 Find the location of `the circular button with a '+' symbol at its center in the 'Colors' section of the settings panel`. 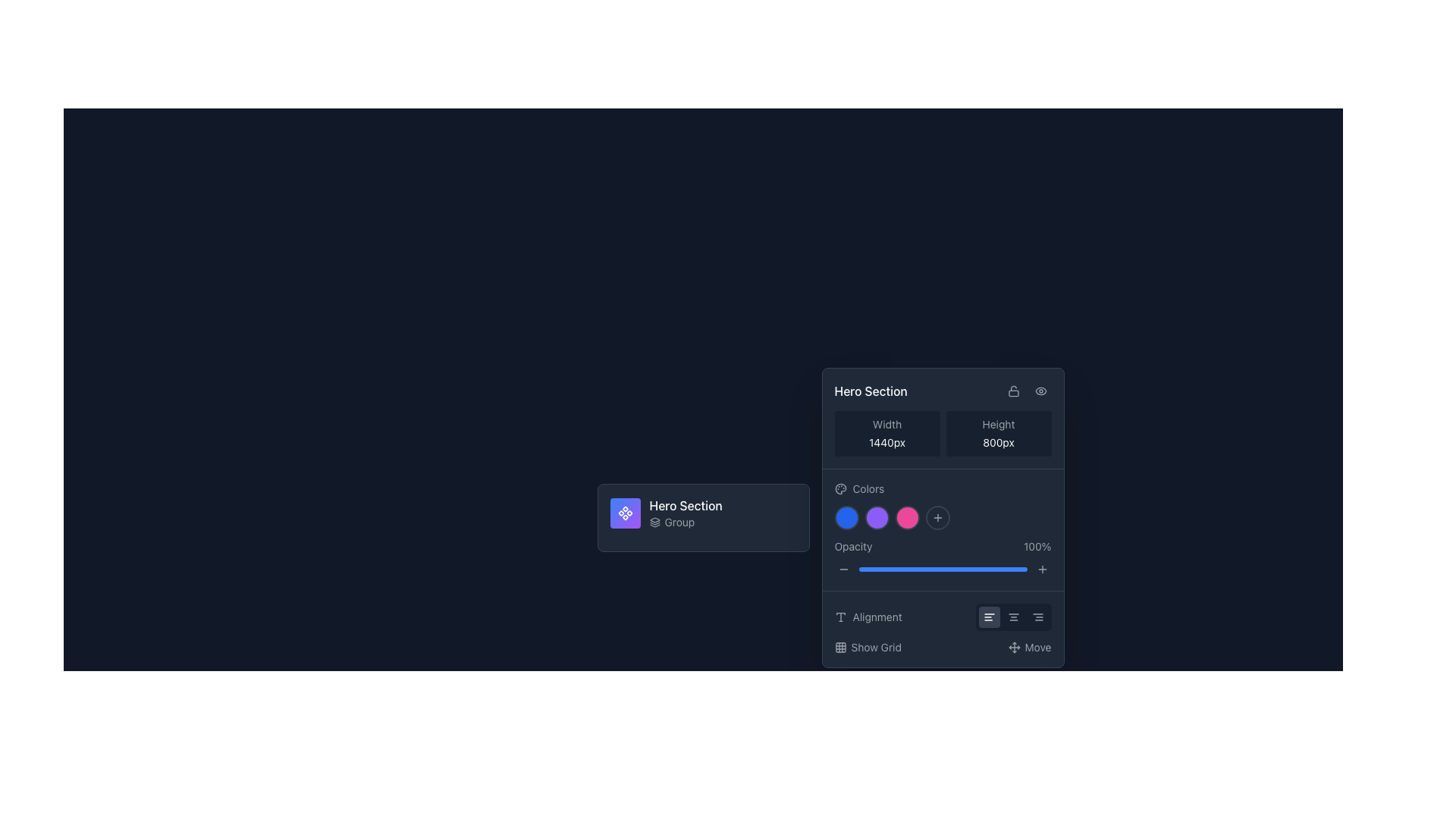

the circular button with a '+' symbol at its center in the 'Colors' section of the settings panel is located at coordinates (937, 516).